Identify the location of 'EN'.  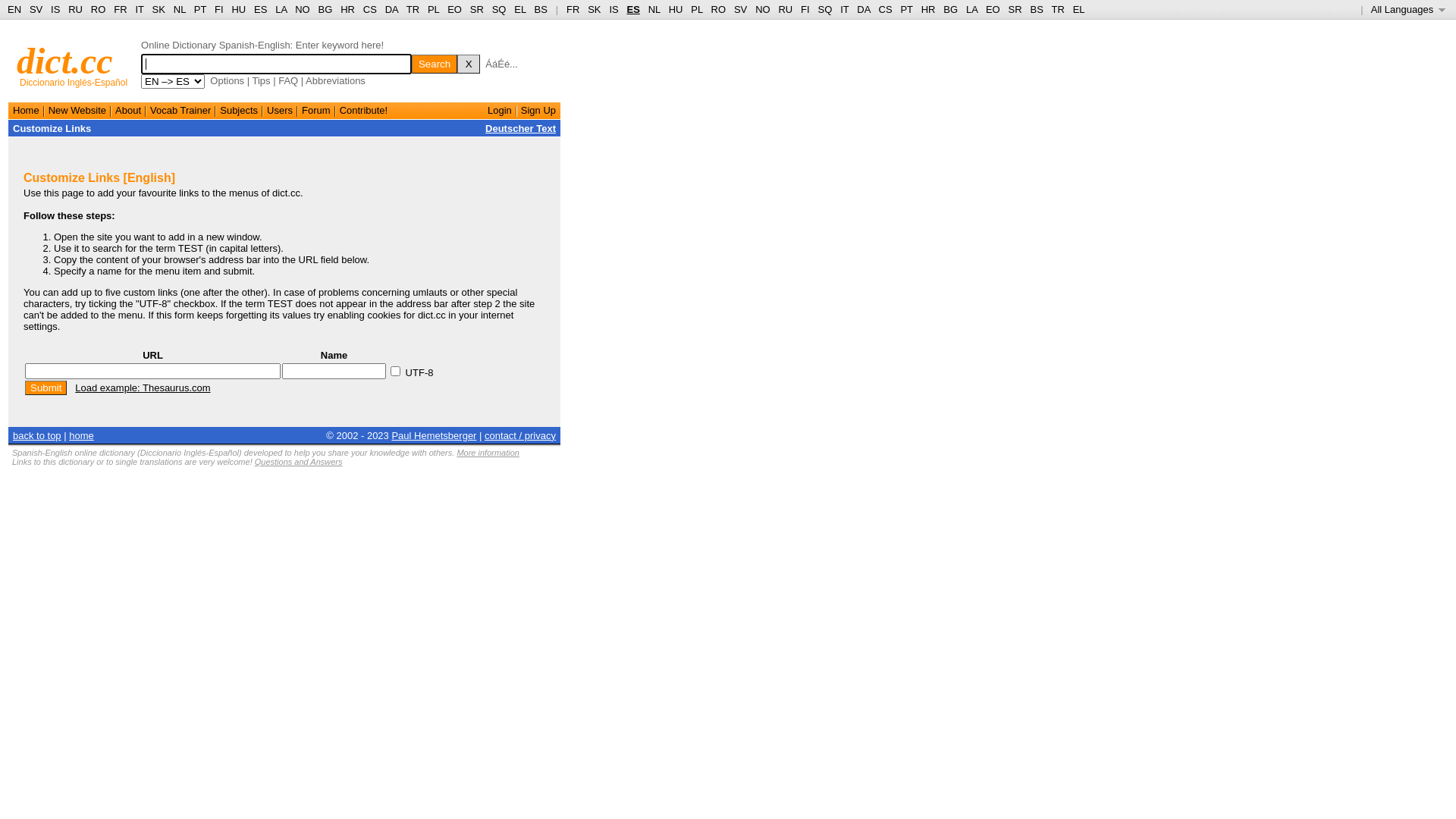
(14, 9).